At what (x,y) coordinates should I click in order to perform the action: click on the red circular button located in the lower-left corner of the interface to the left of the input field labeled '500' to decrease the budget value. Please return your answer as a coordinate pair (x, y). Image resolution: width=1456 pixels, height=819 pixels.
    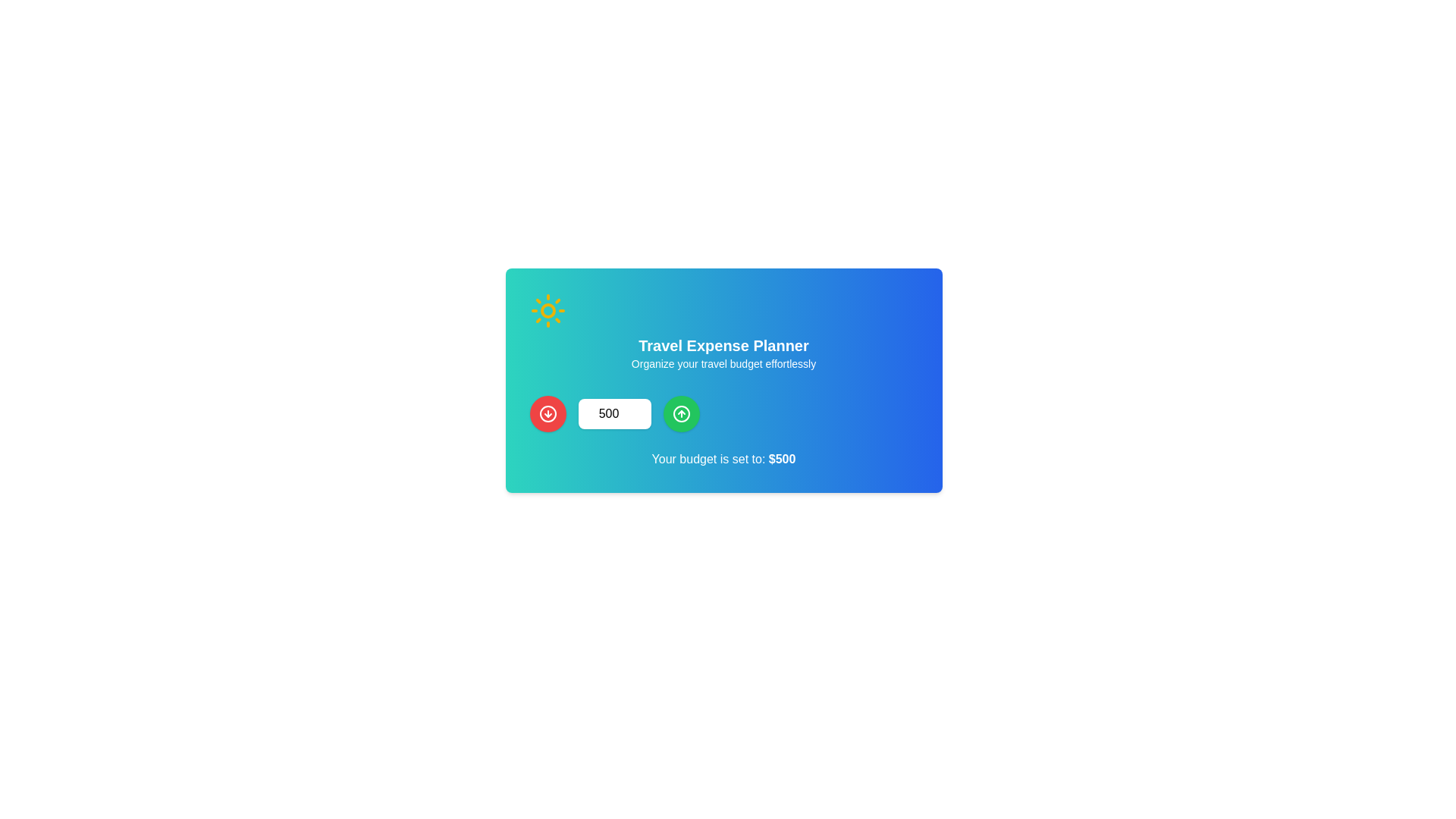
    Looking at the image, I should click on (547, 414).